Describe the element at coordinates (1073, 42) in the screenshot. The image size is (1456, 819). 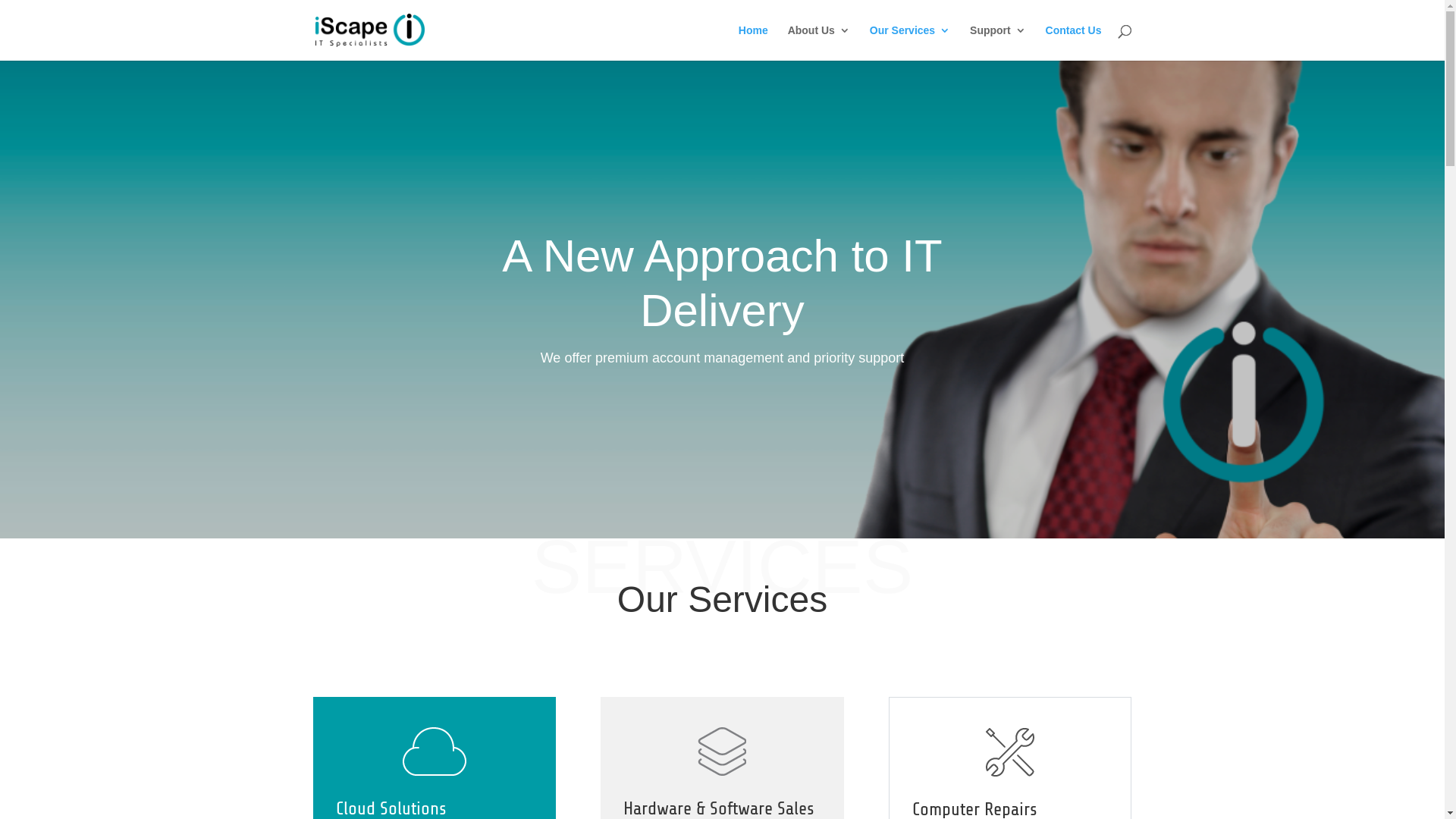
I see `'Contact Us'` at that location.